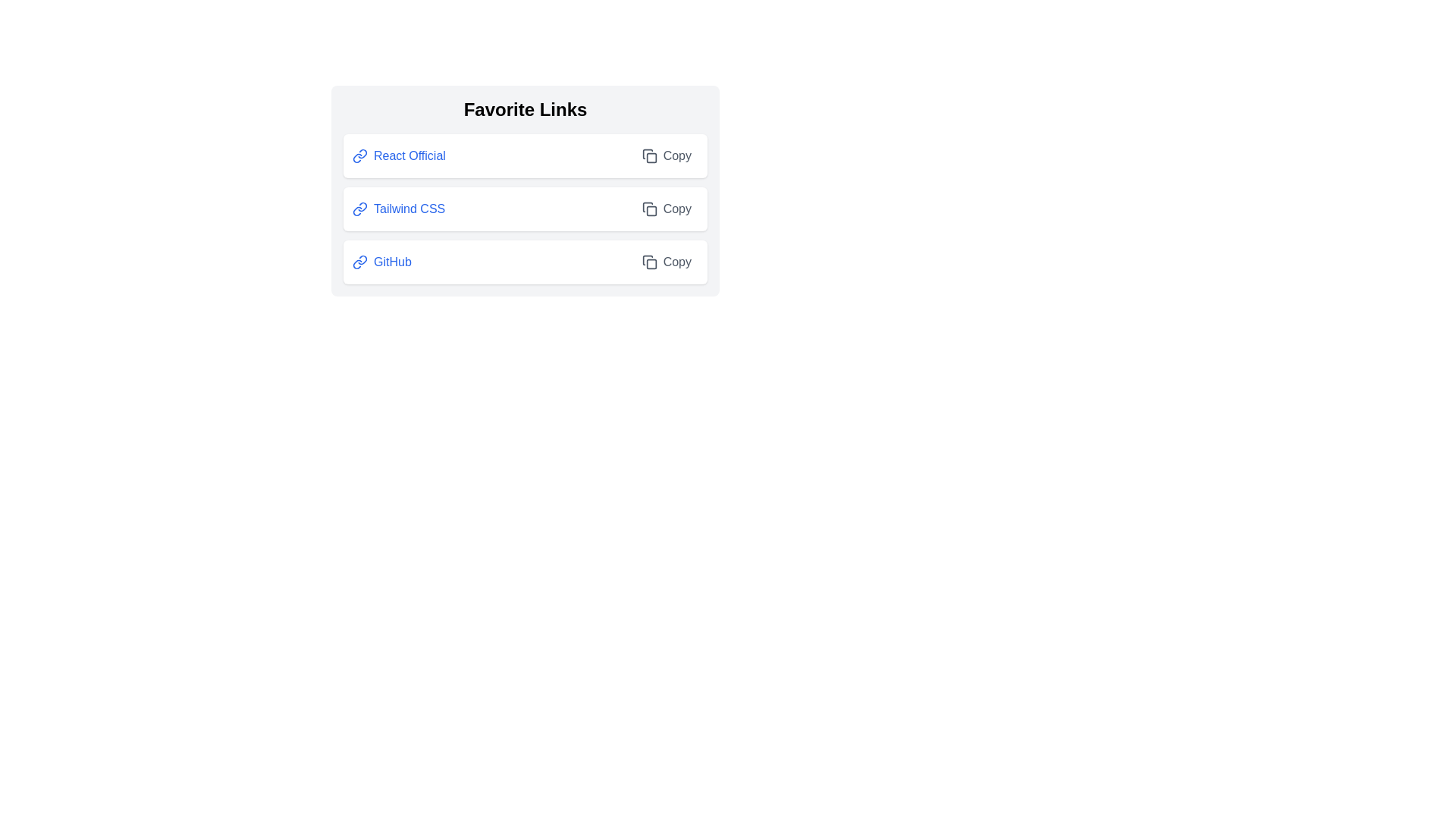  What do you see at coordinates (359, 262) in the screenshot?
I see `the blue chain link icon associated with the GitHub link, located to the left of the 'GitHub' text in the third row of the 'Favorite Links' list` at bounding box center [359, 262].